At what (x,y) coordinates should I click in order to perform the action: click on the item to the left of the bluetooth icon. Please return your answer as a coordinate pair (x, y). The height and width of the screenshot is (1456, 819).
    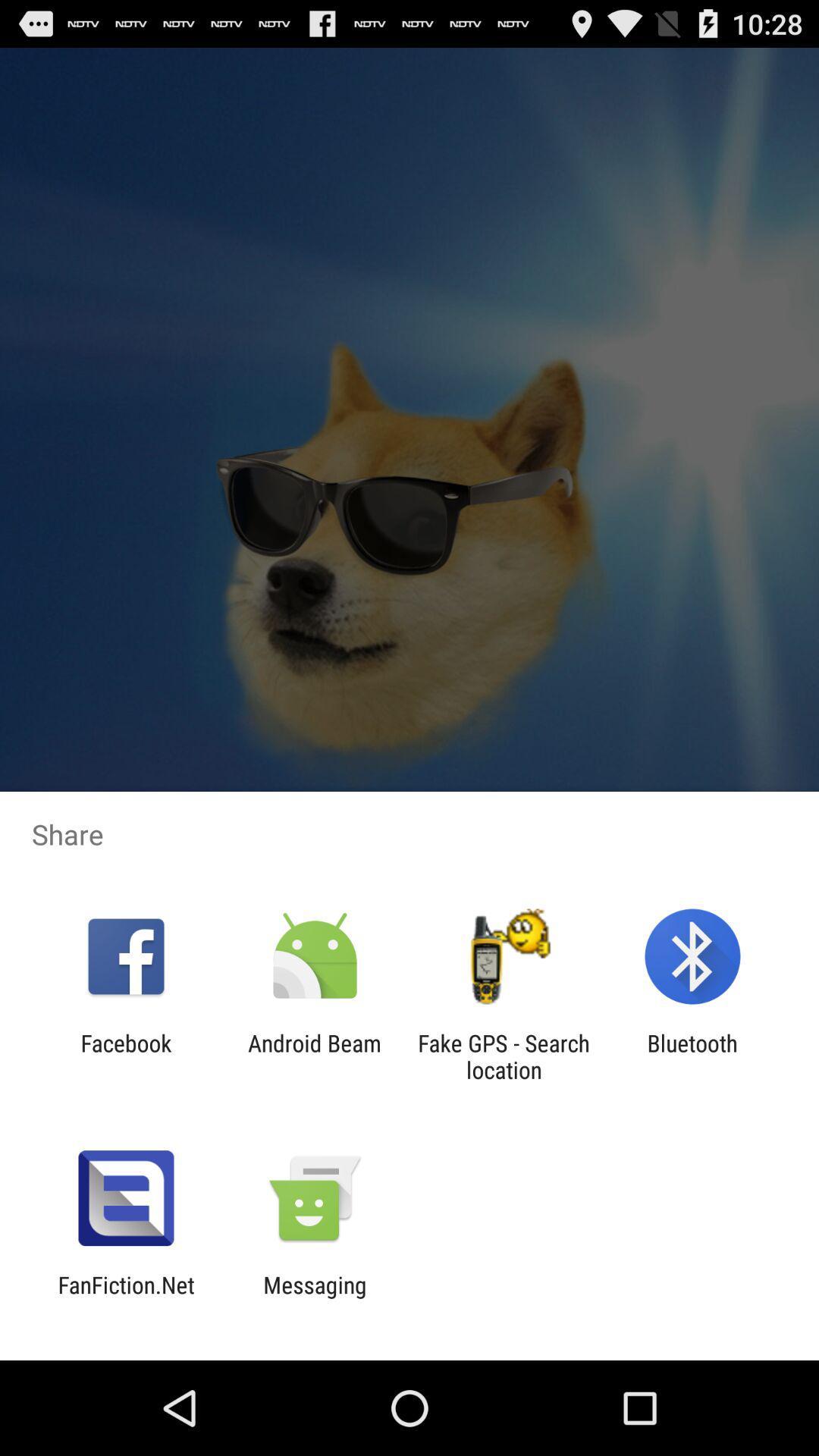
    Looking at the image, I should click on (504, 1056).